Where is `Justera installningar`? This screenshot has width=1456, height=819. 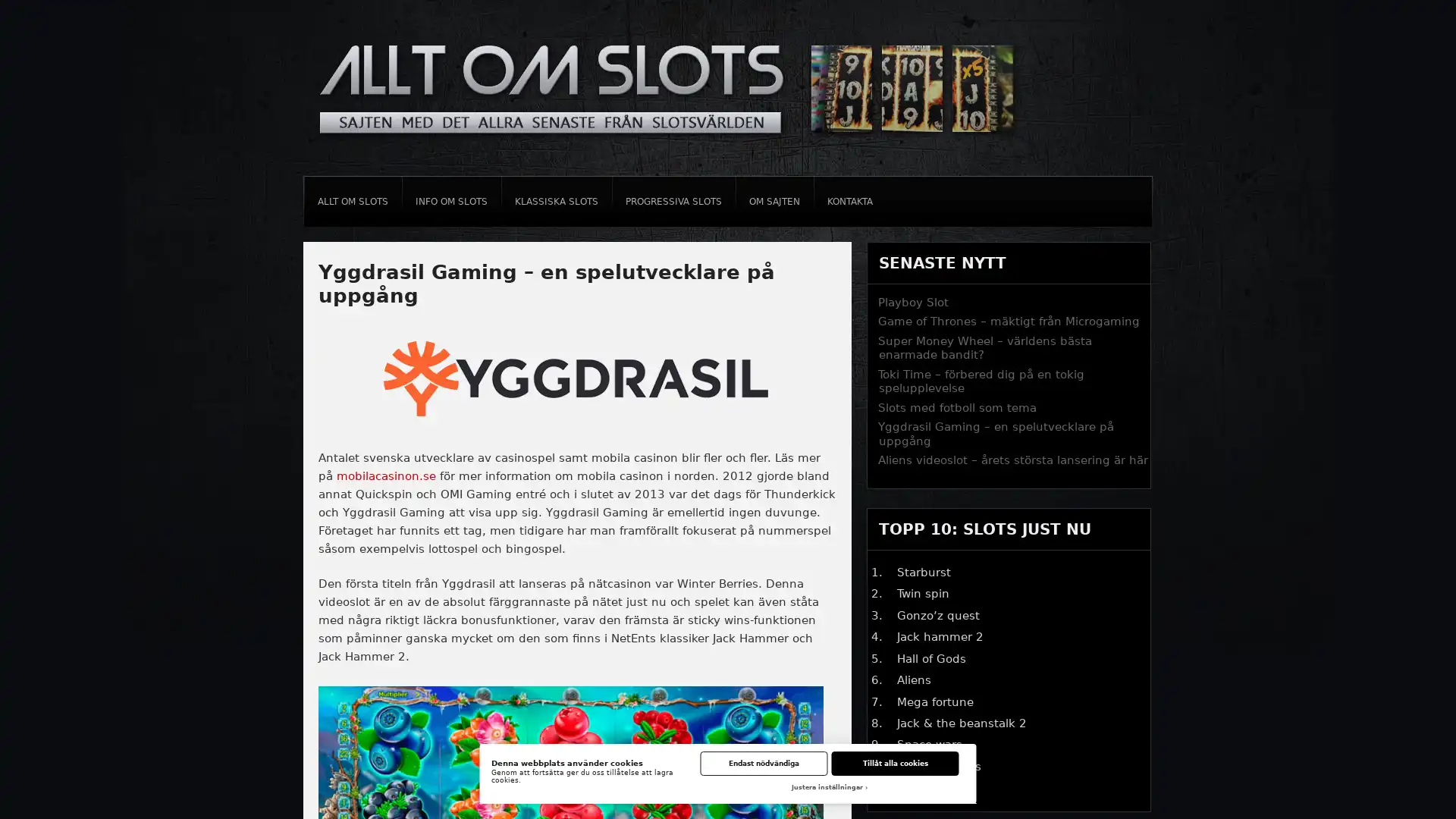
Justera installningar is located at coordinates (828, 786).